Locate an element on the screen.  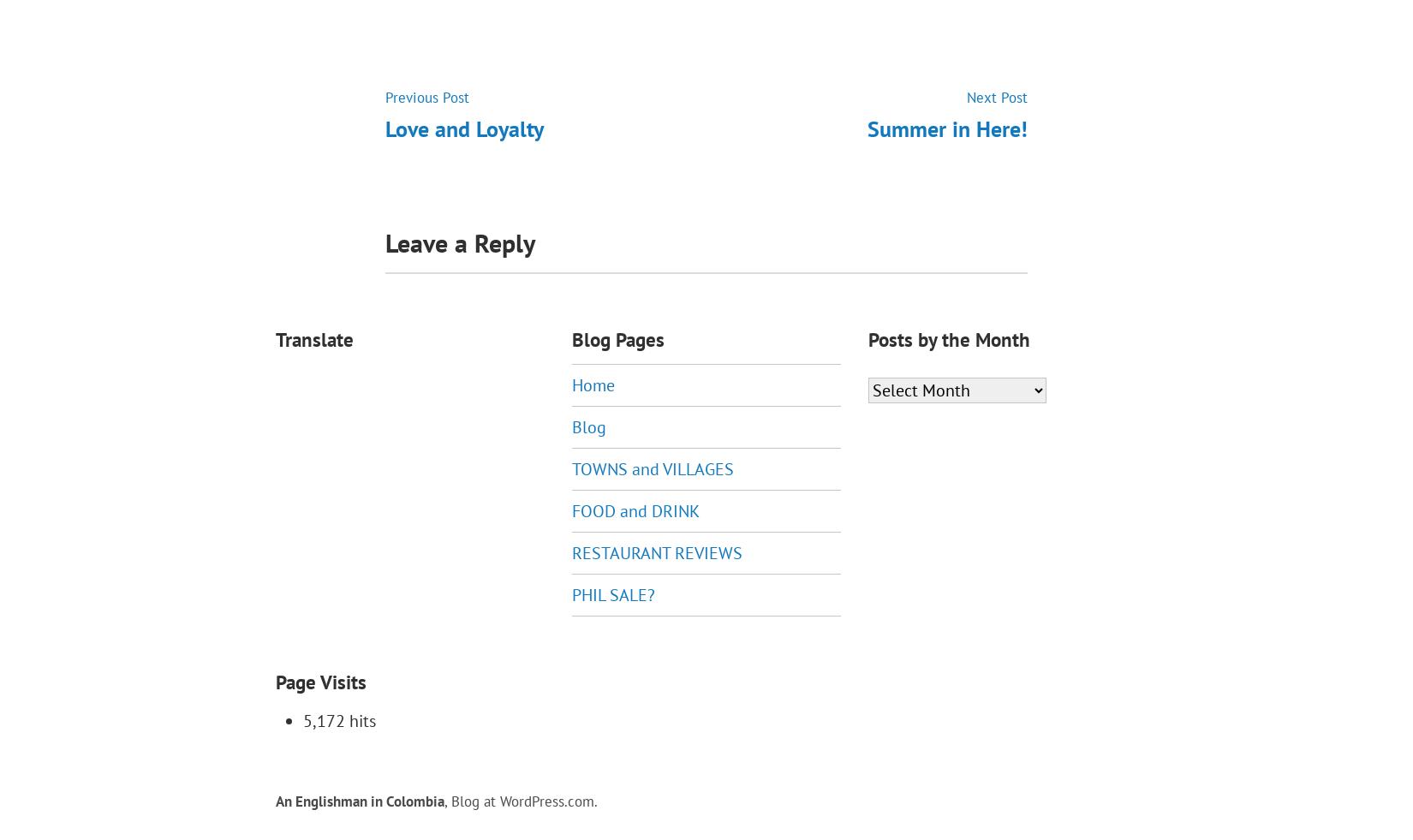
'PHIL SALE?' is located at coordinates (612, 595).